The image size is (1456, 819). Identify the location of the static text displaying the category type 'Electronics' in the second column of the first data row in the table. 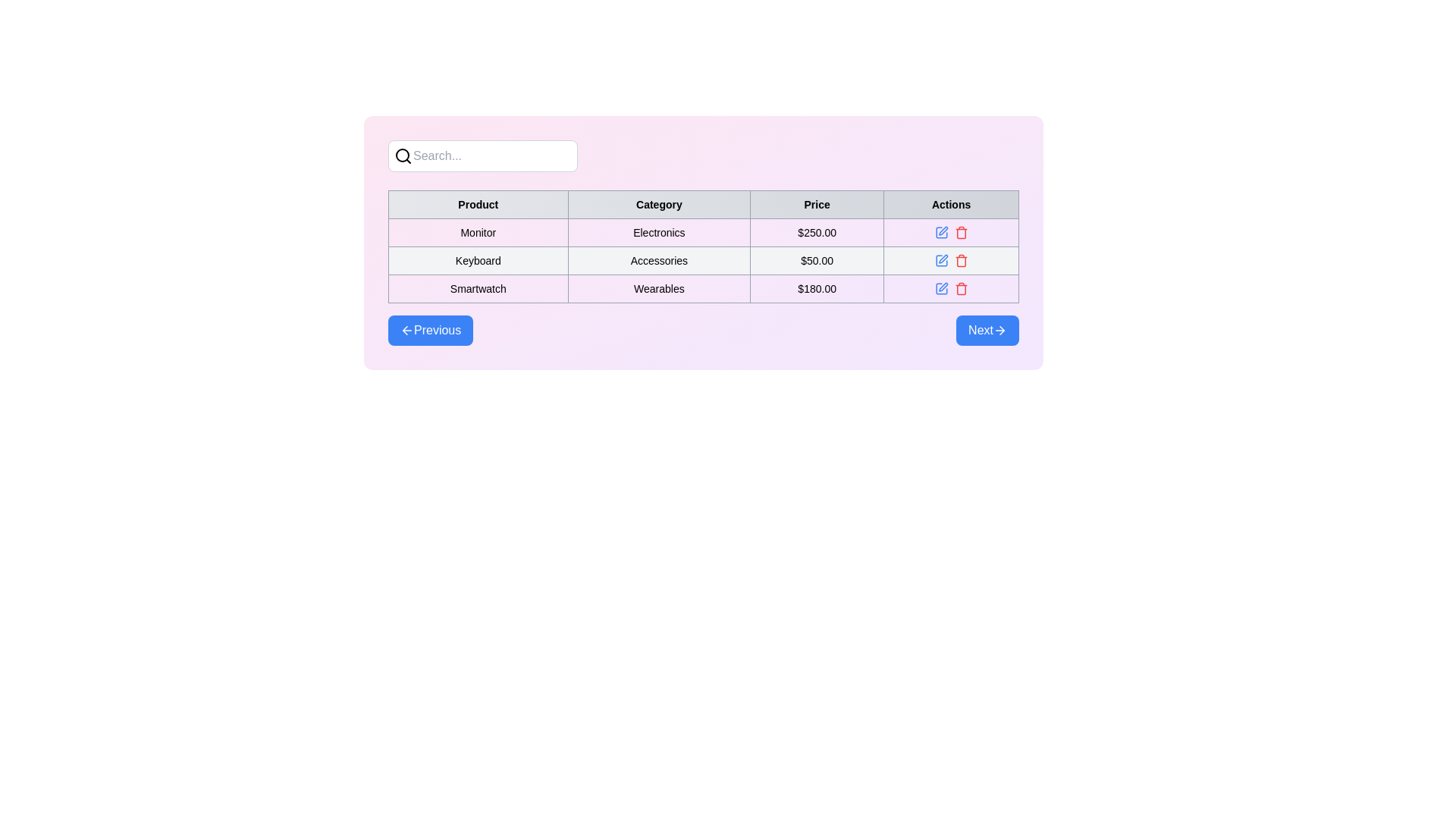
(702, 242).